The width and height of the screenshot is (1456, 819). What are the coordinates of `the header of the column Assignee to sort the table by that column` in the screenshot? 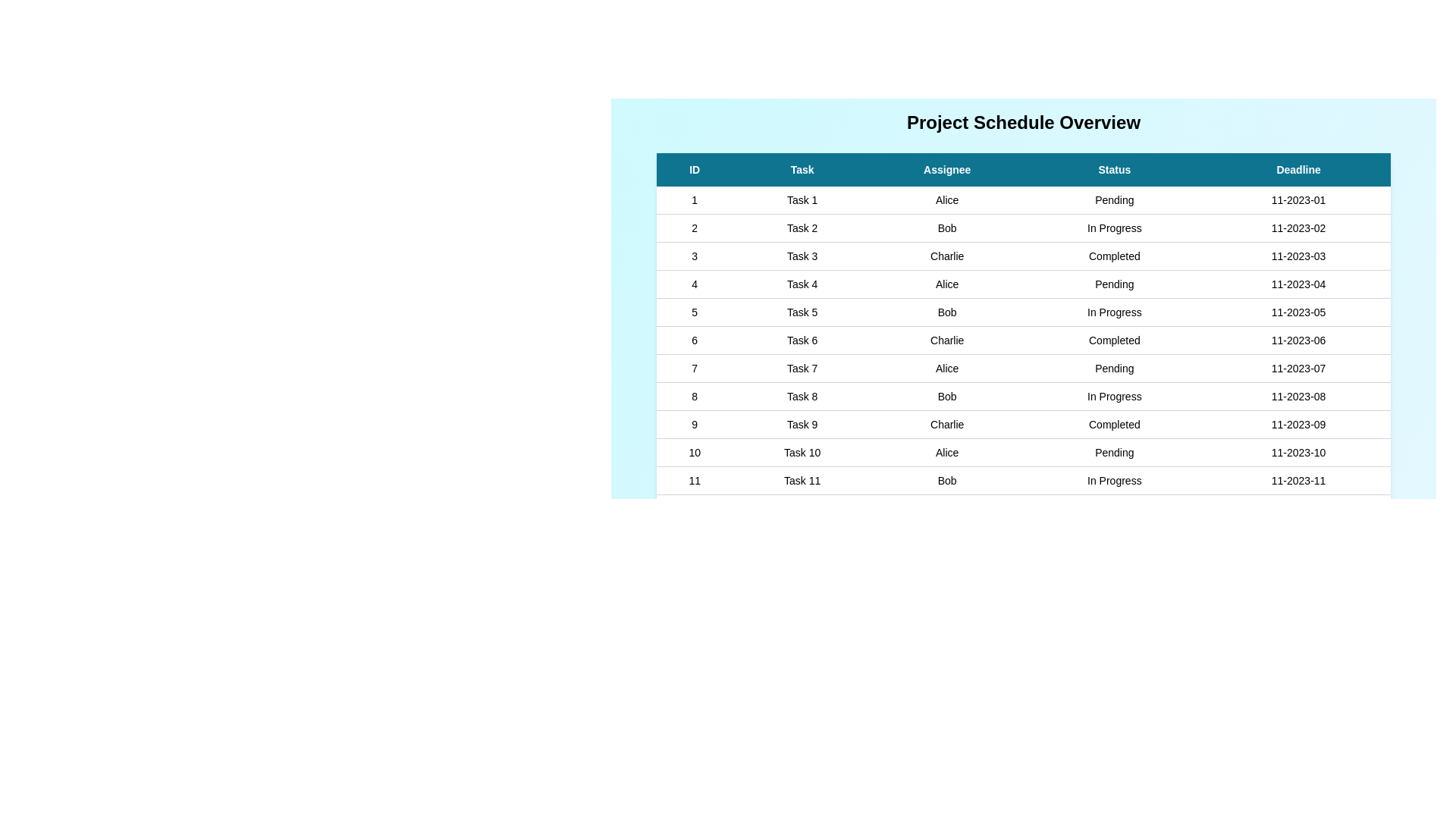 It's located at (946, 169).